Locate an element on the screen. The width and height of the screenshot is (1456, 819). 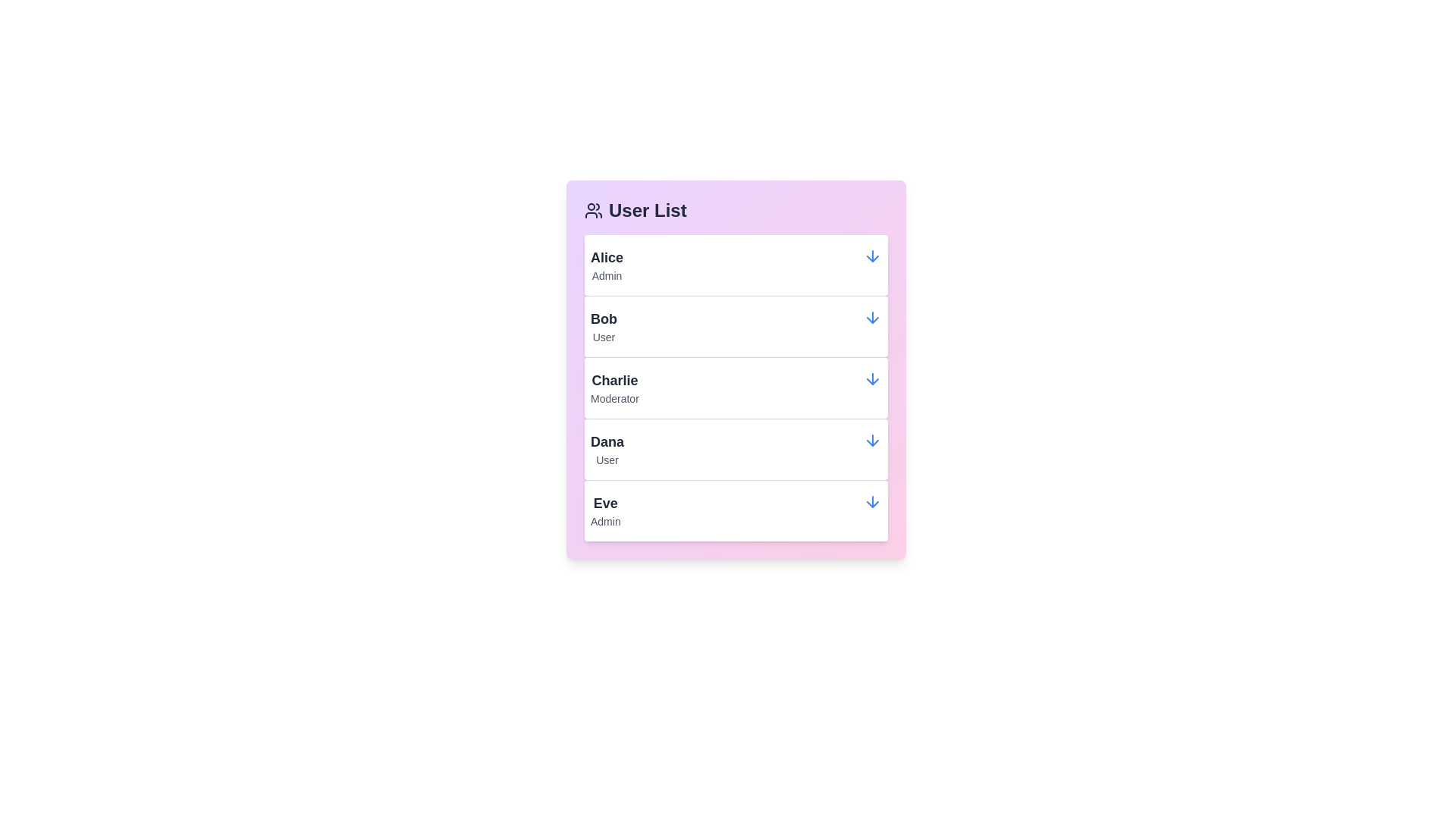
the arrow icon for Eve is located at coordinates (873, 502).